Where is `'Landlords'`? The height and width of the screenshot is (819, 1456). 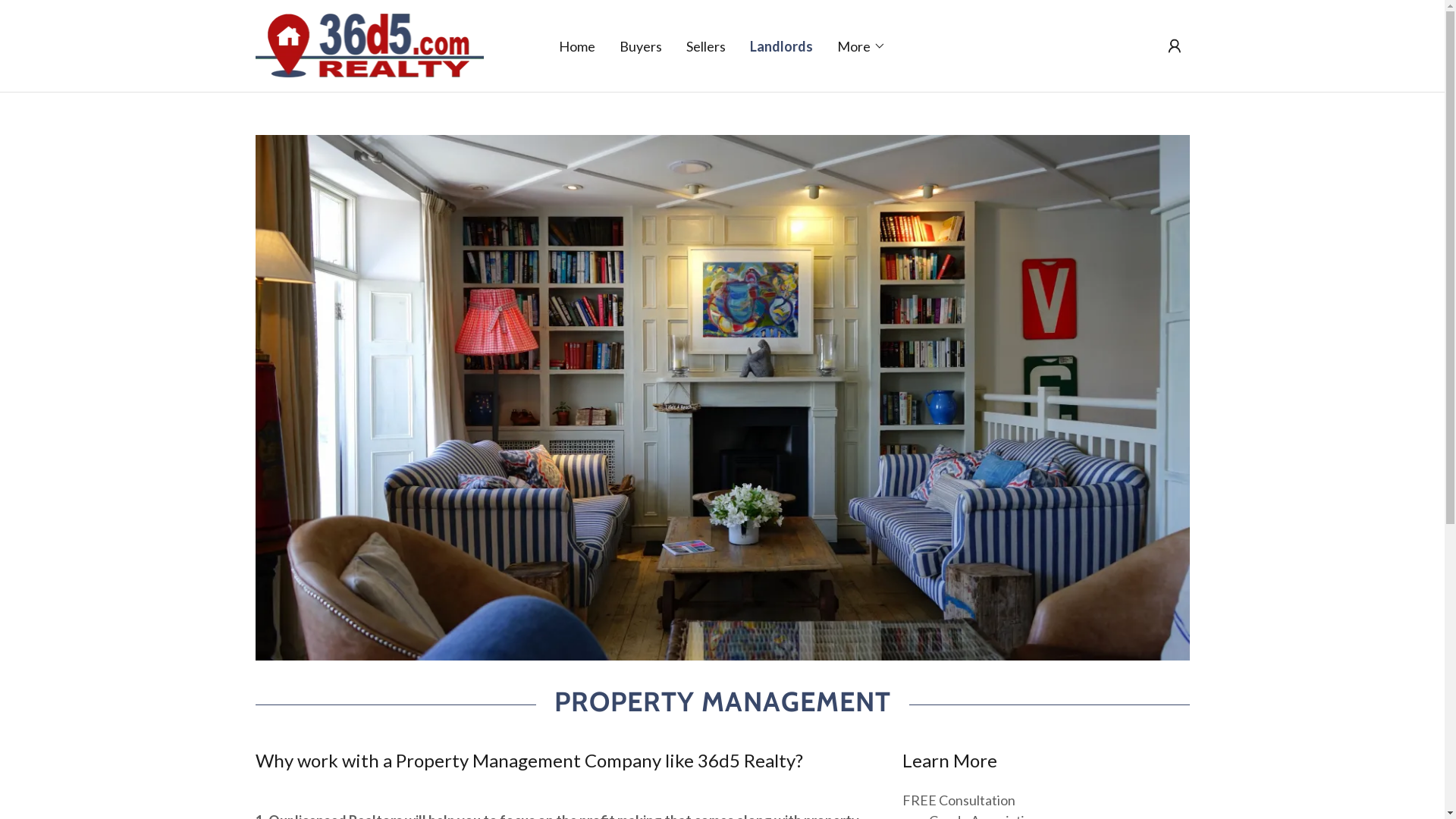
'Landlords' is located at coordinates (781, 45).